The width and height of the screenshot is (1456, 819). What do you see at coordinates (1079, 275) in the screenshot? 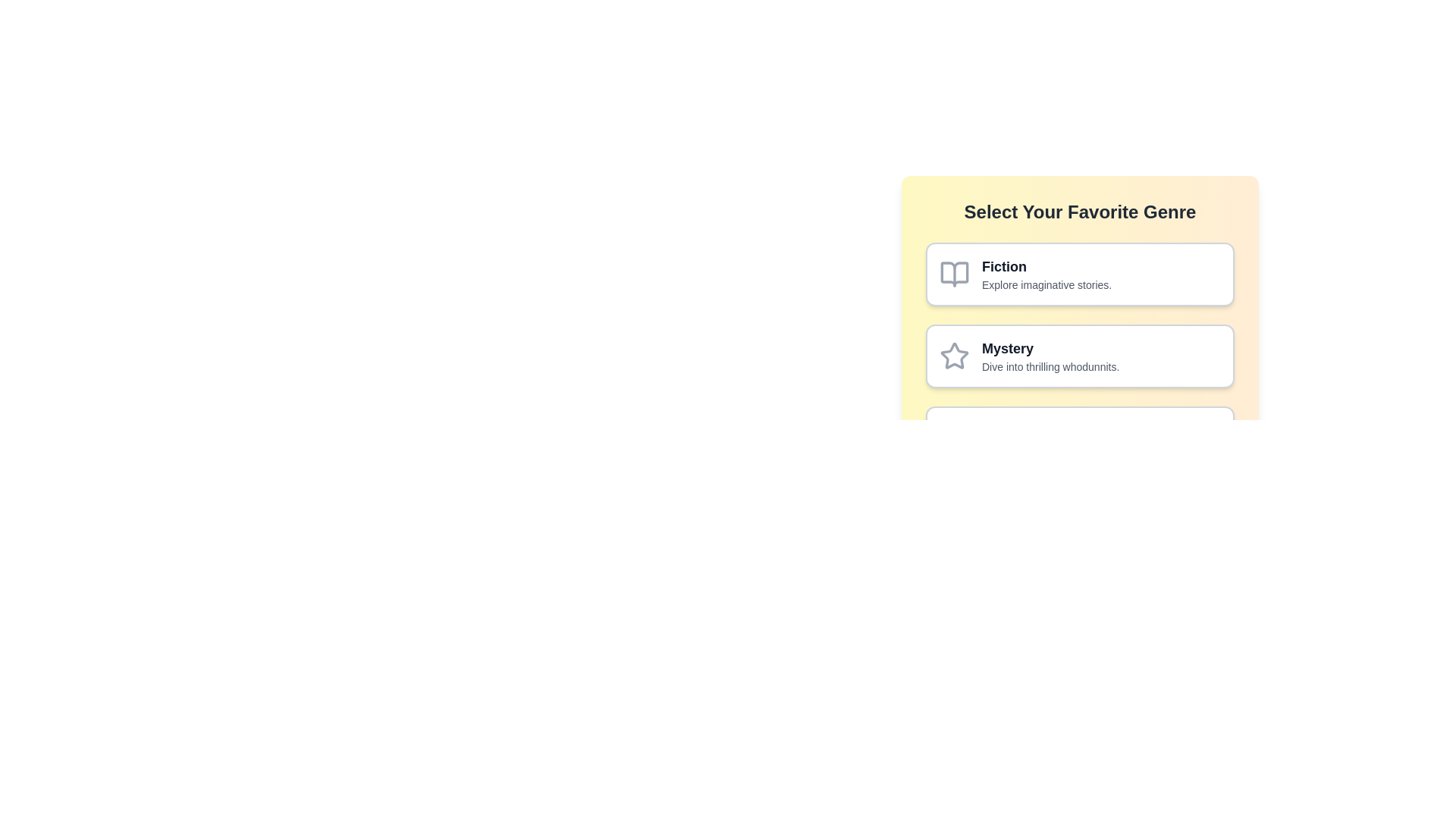
I see `the selectable card for the Fiction genre positioned at the top of the grid` at bounding box center [1079, 275].